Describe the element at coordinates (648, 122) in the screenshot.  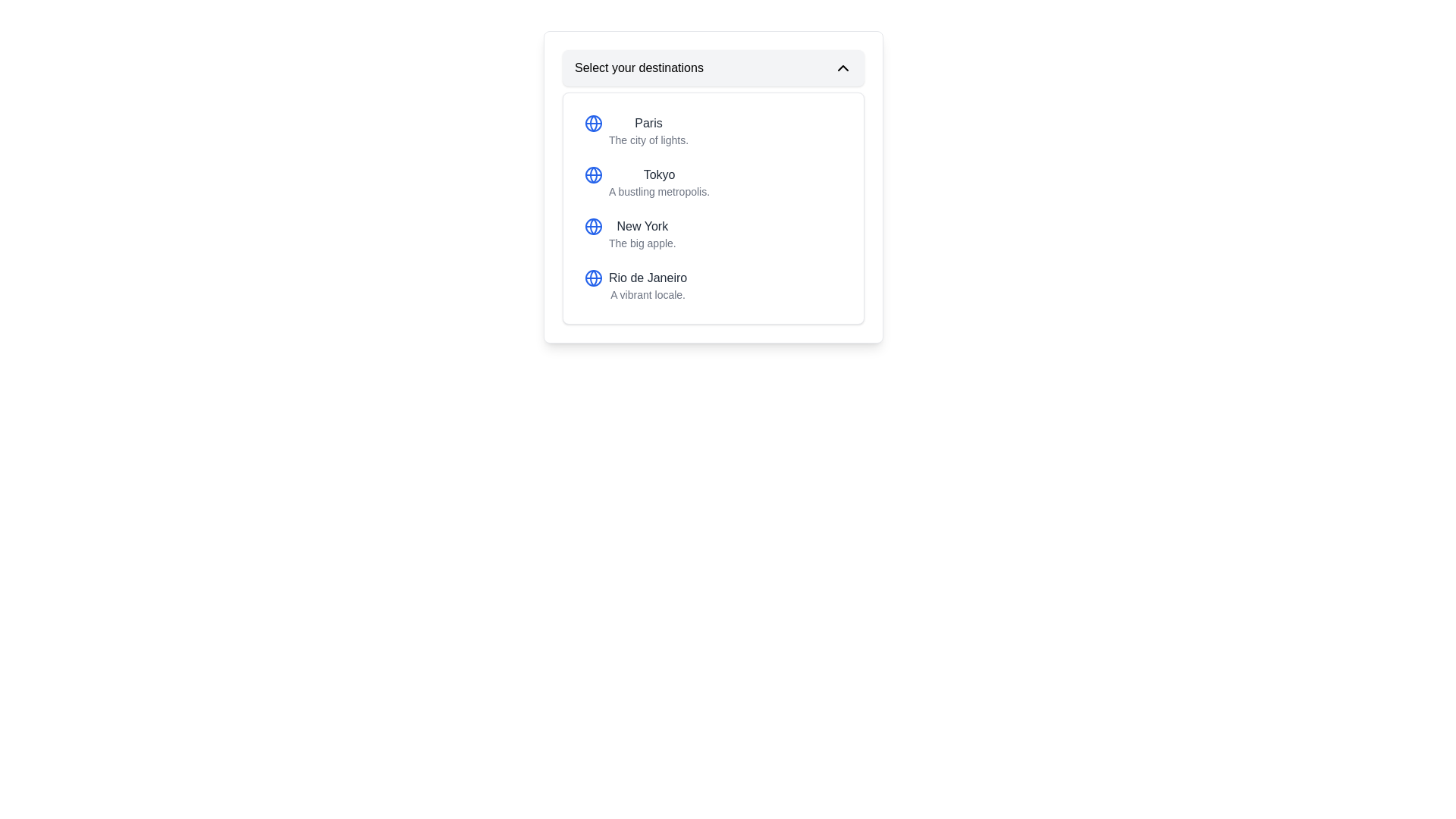
I see `the text label displaying 'Paris' located at the top of the dropdown menu` at that location.